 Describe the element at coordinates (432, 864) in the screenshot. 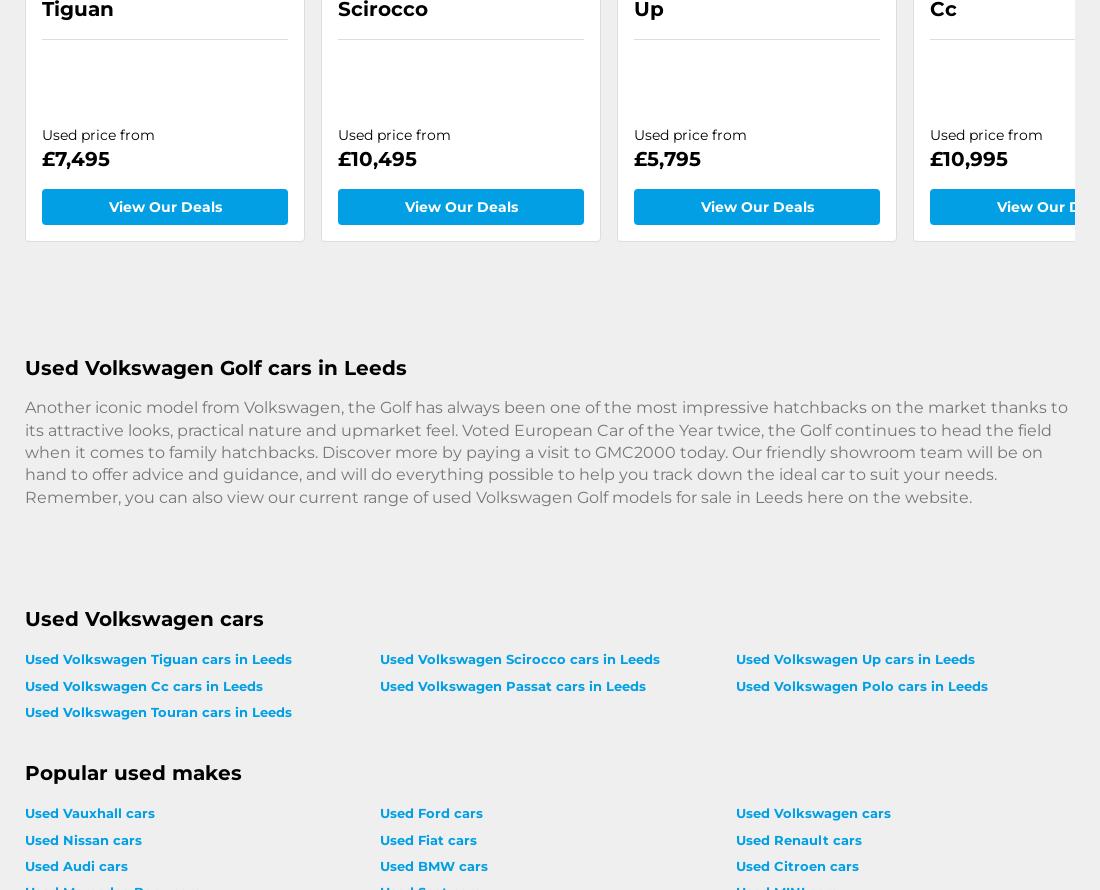

I see `'Used BMW cars'` at that location.